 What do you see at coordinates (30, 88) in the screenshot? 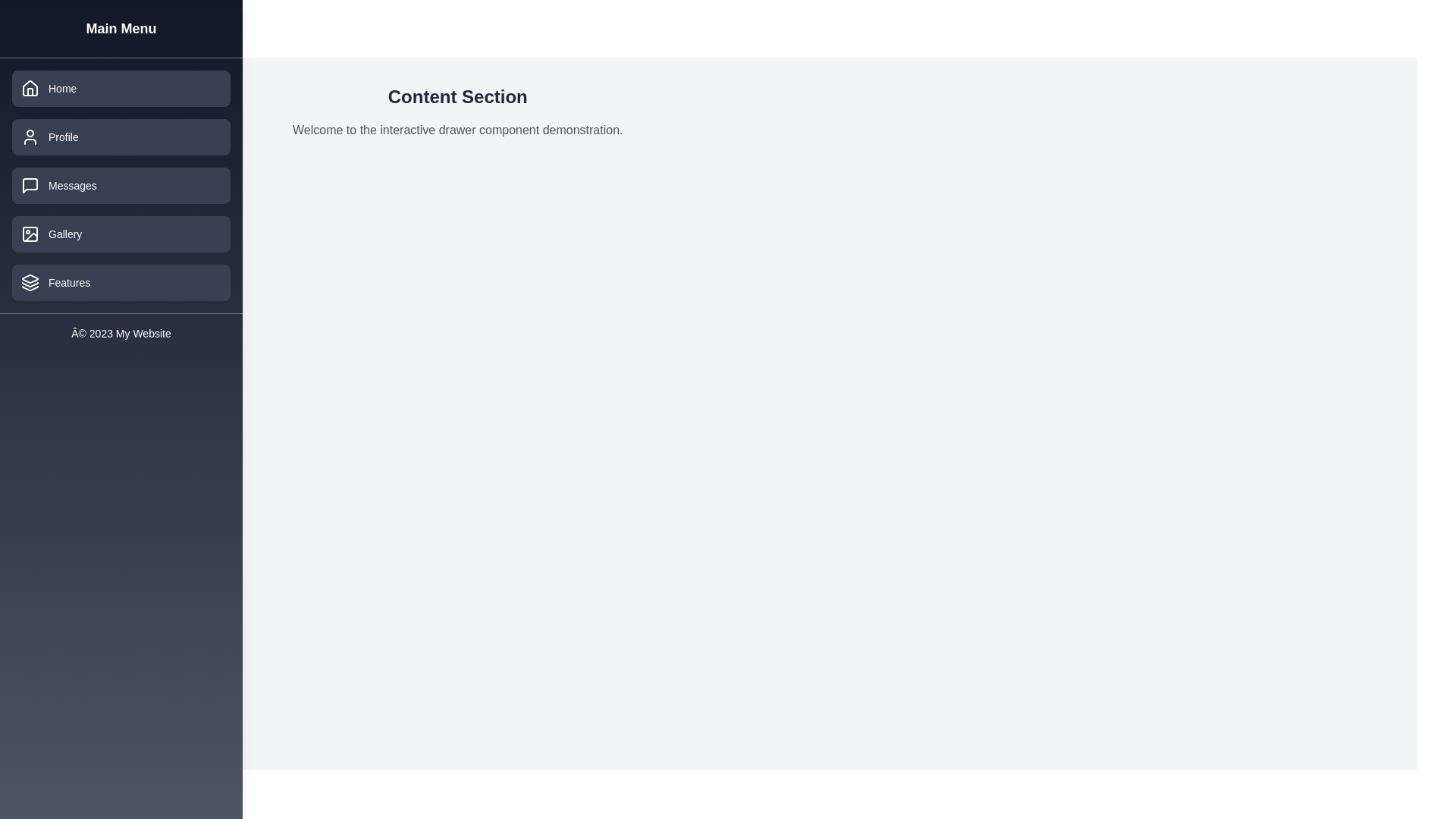
I see `the house icon within the 'Home' button located in the left sidebar menu` at bounding box center [30, 88].